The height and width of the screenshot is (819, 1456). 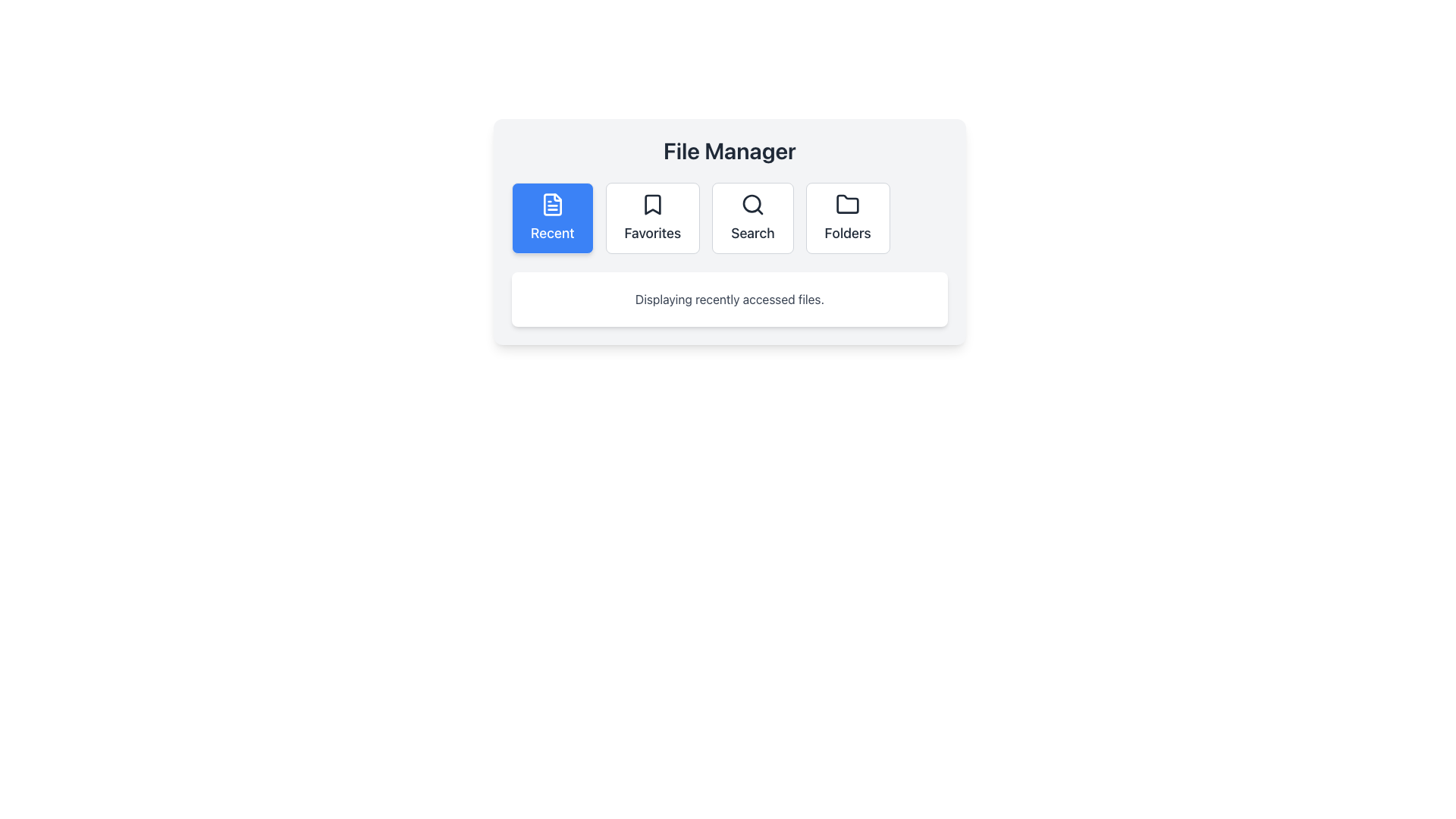 What do you see at coordinates (652, 205) in the screenshot?
I see `the bookmark icon in the Favorites section of the navigation panel` at bounding box center [652, 205].